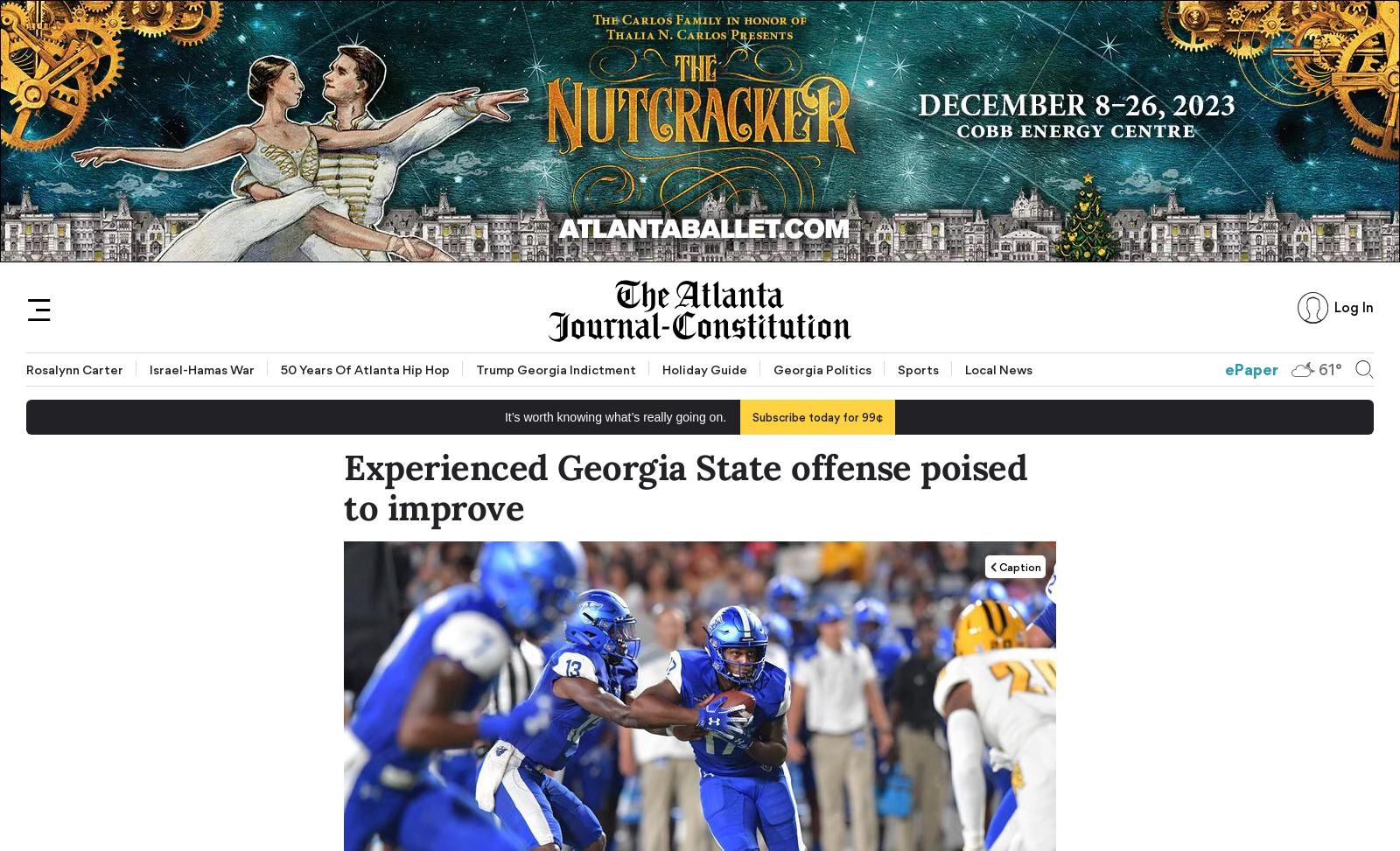 Image resolution: width=1400 pixels, height=851 pixels. Describe the element at coordinates (364, 369) in the screenshot. I see `'50 Years of Atlanta Hip Hop'` at that location.